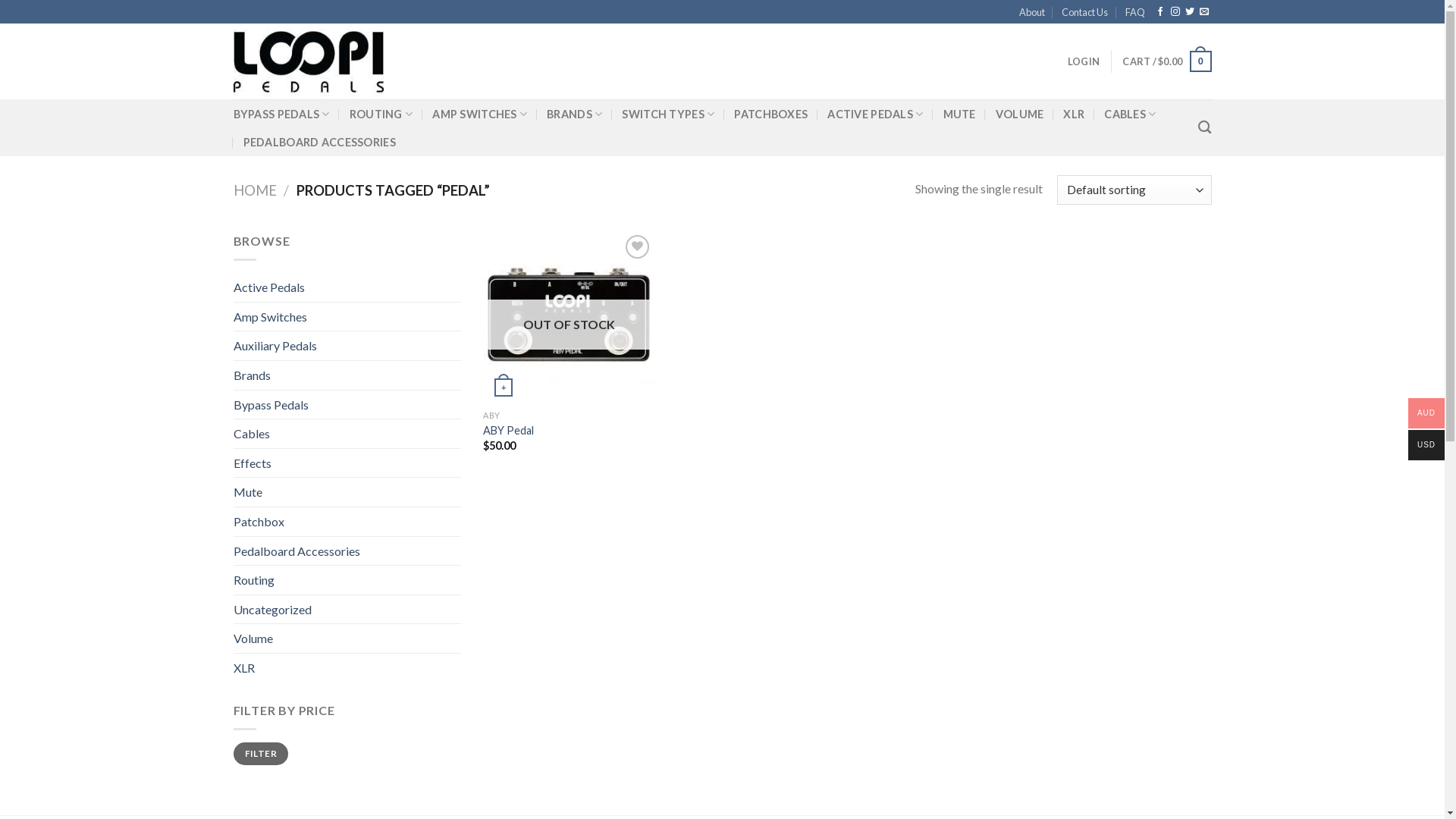  Describe the element at coordinates (573, 113) in the screenshot. I see `'BRANDS'` at that location.